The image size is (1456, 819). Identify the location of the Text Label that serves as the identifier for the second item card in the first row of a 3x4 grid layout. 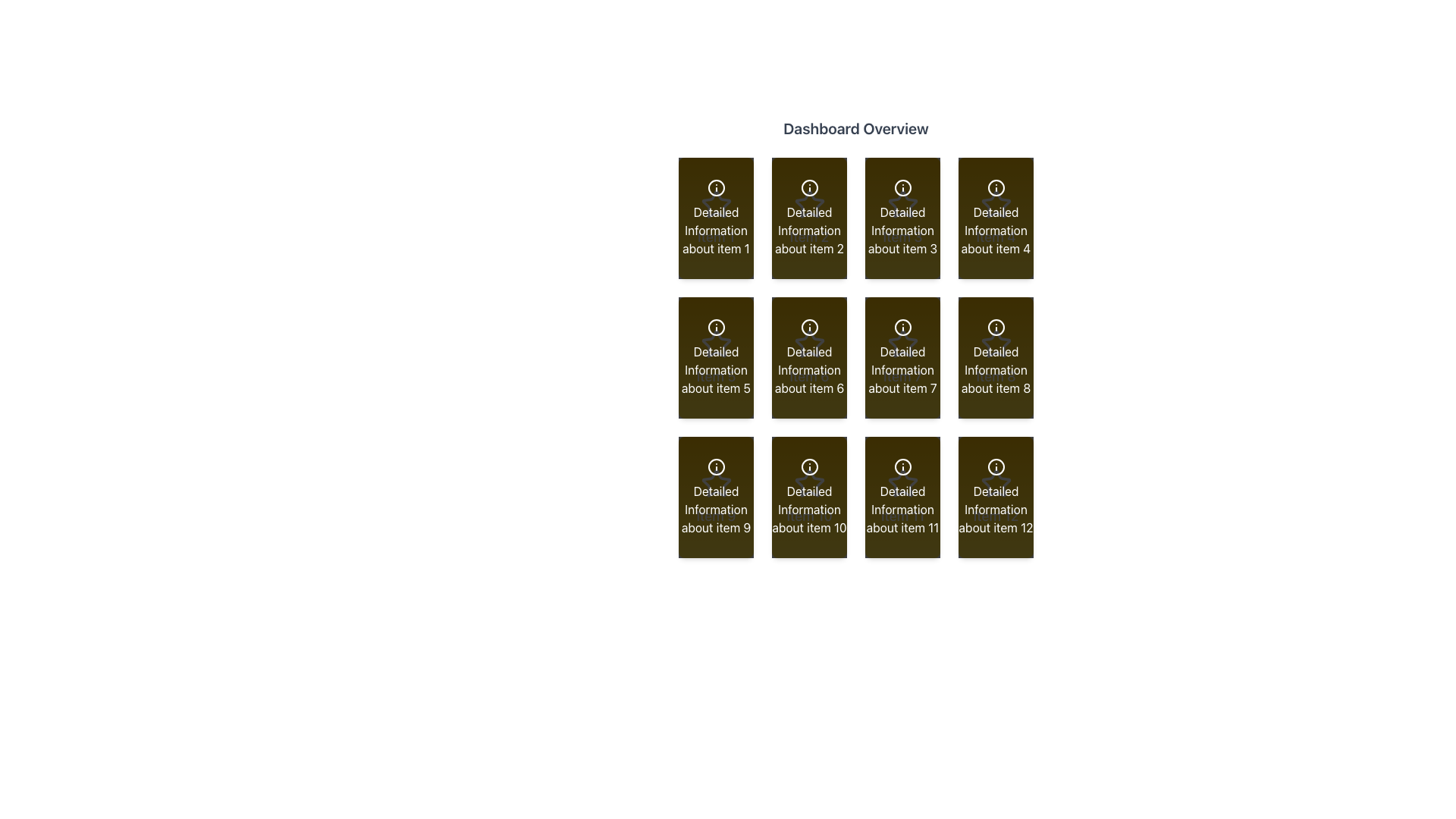
(808, 237).